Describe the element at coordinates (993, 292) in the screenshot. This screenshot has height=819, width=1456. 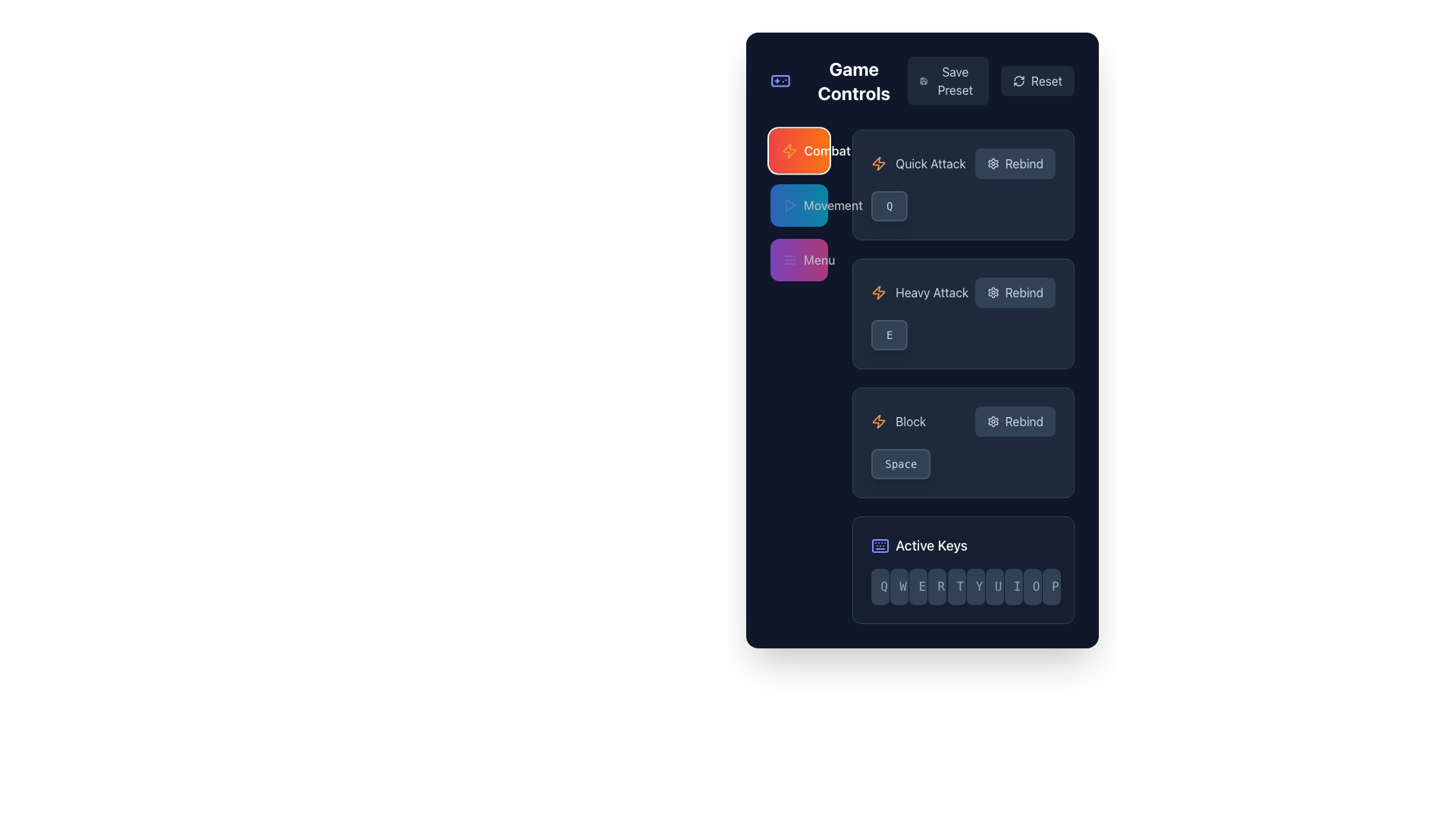
I see `the icon located on the right end of the 'Rebind' button in the second row of the Game Controls panel` at that location.